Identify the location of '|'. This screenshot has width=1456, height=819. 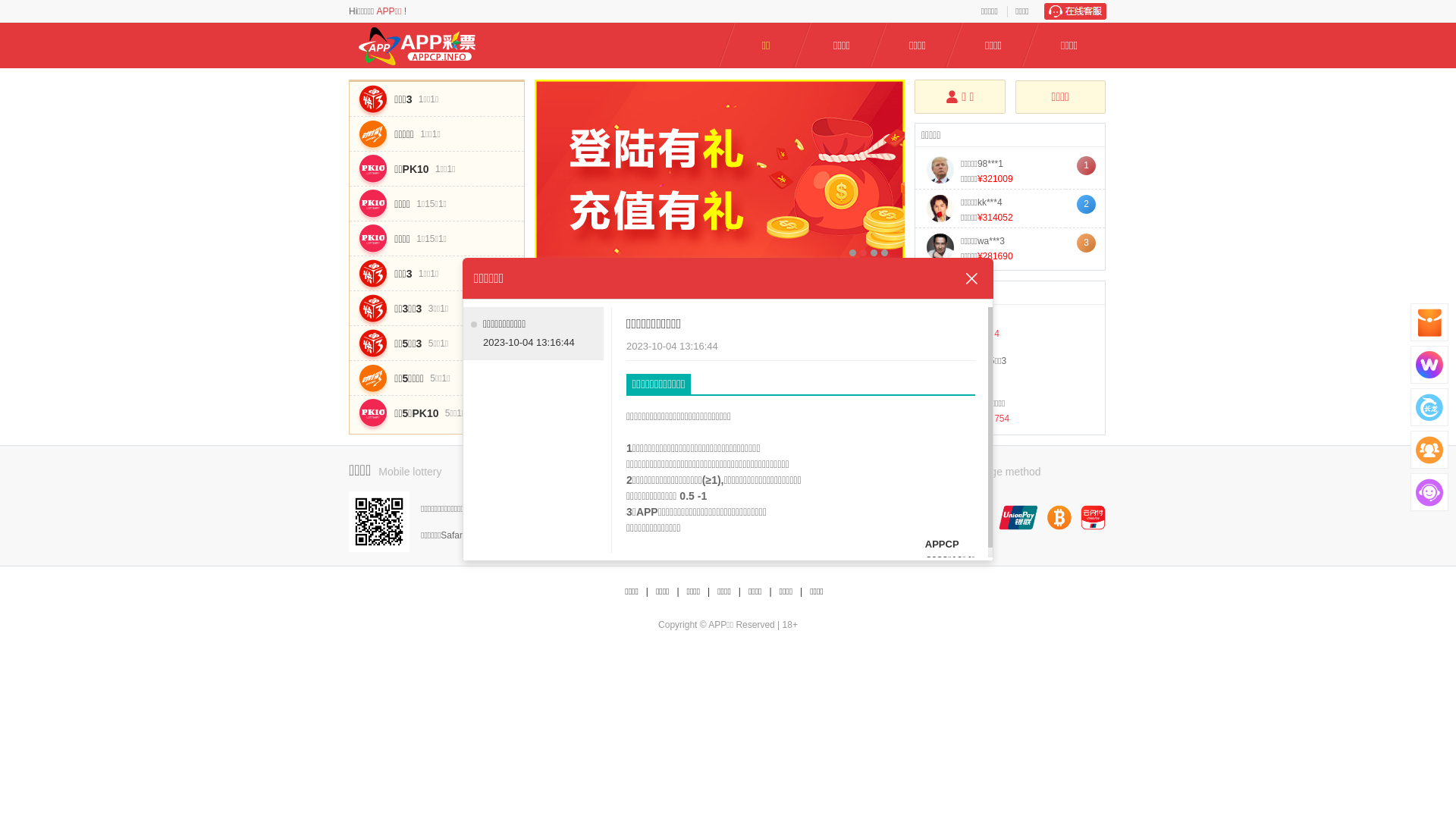
(799, 591).